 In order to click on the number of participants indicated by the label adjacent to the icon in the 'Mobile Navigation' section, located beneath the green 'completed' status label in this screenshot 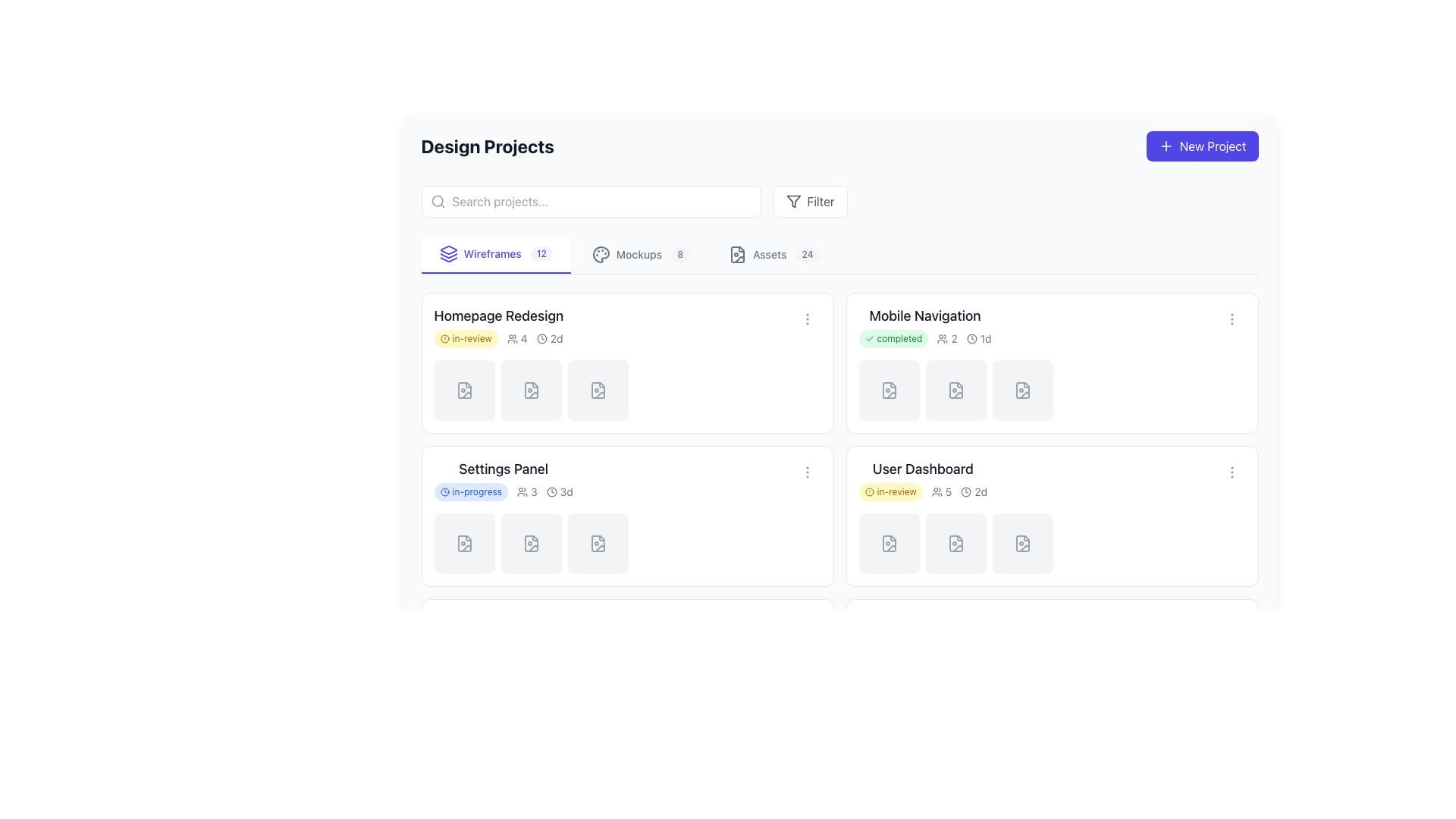, I will do `click(946, 338)`.